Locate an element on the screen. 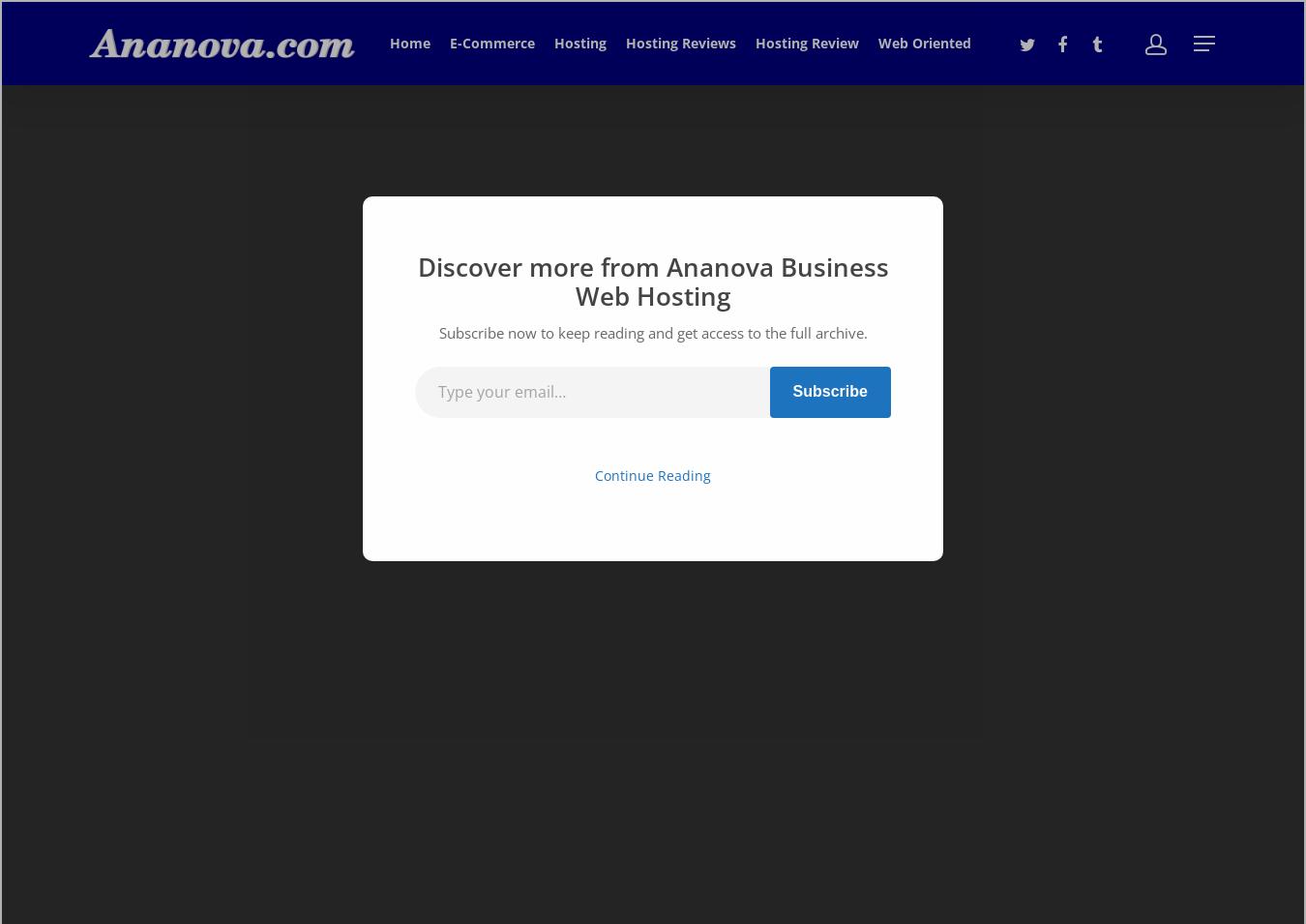 The width and height of the screenshot is (1306, 924). 'Discover more from Ananova Business Web Hosting' is located at coordinates (652, 281).